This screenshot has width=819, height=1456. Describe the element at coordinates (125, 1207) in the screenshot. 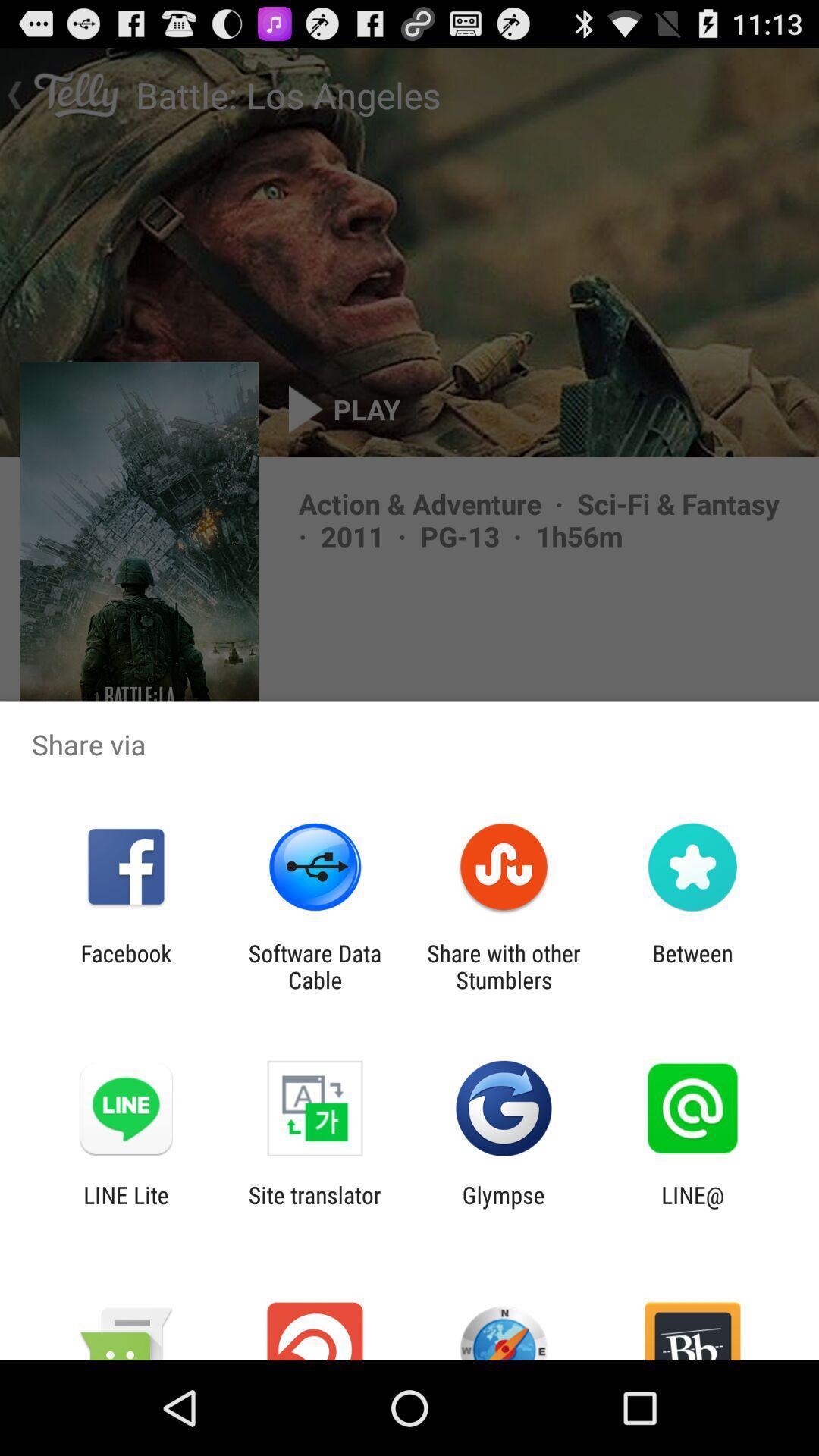

I see `item next to site translator item` at that location.